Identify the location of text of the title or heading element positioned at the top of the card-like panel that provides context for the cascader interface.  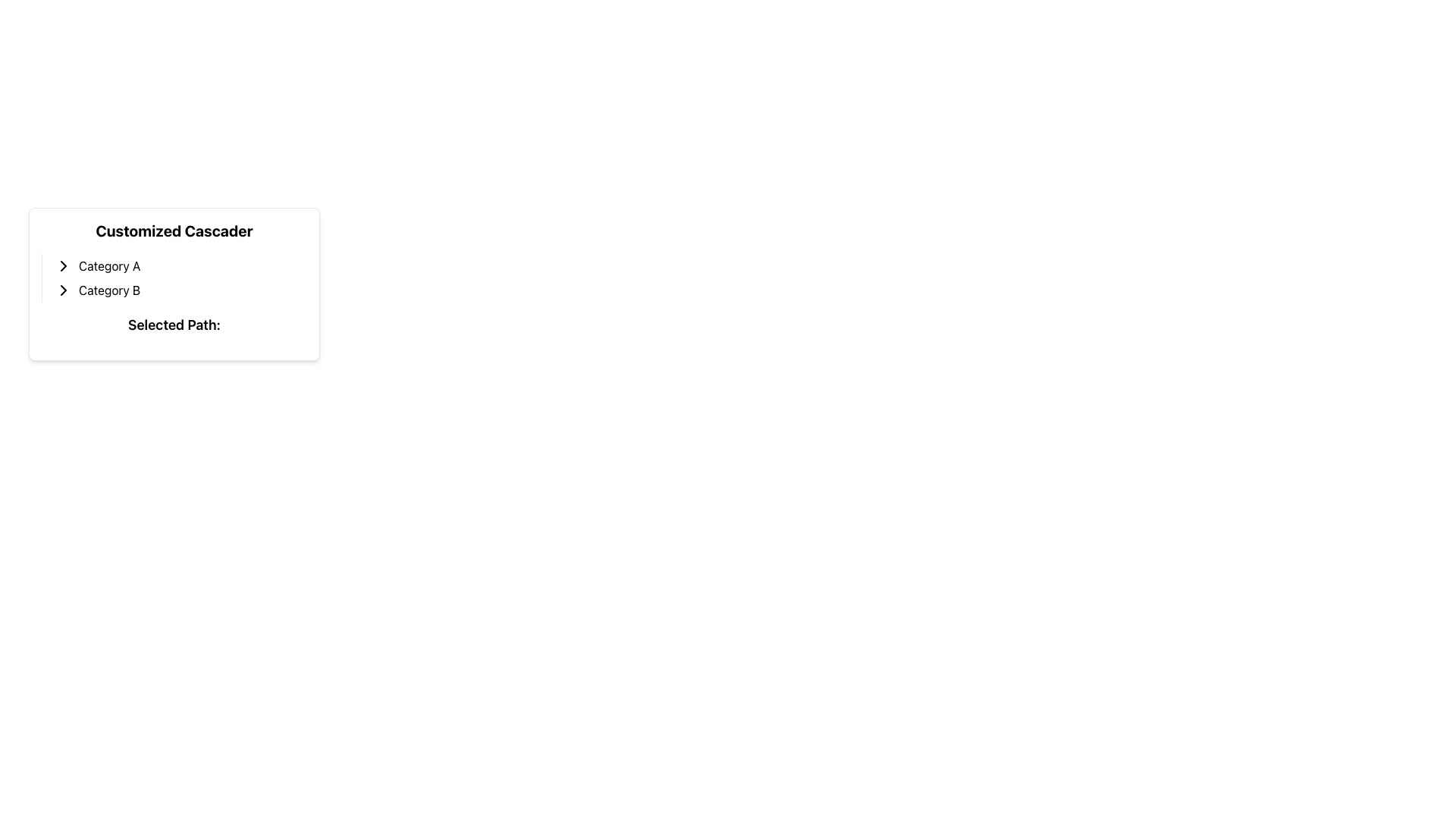
(174, 231).